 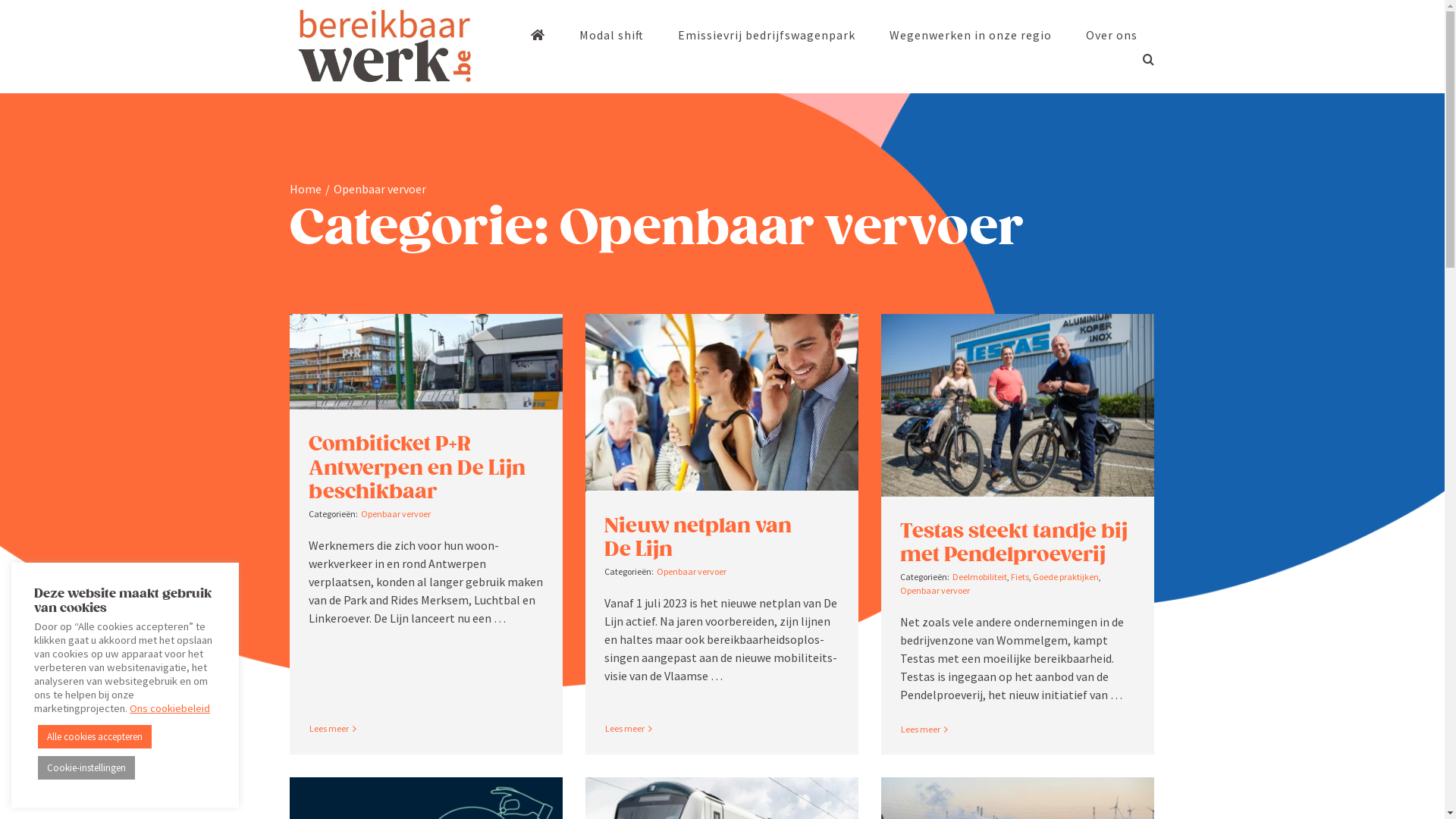 I want to click on 'Testas steekt tandje bij met Pendelproeverij', so click(x=1014, y=541).